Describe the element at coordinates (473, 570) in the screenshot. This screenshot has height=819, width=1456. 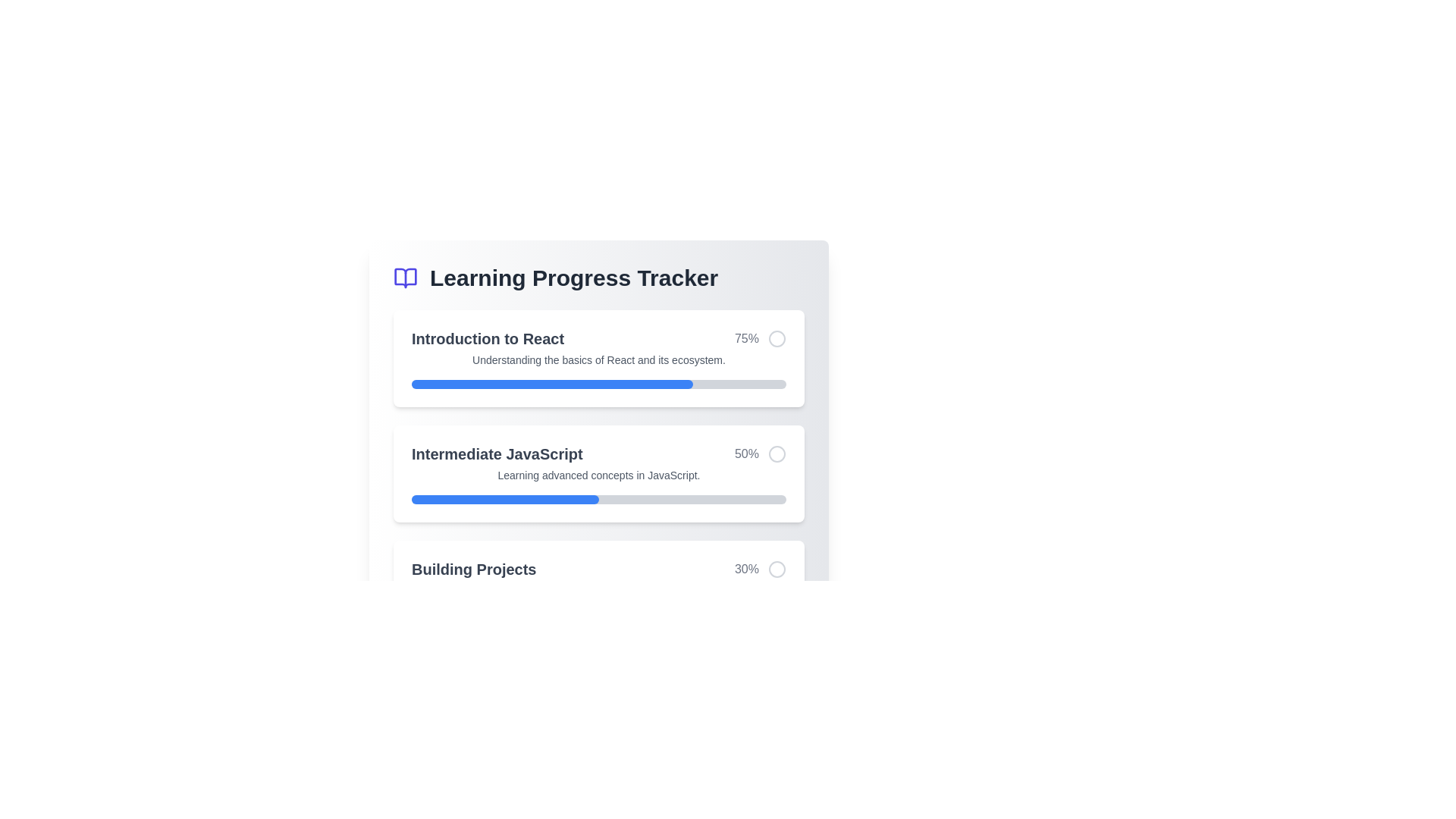
I see `the textual label with the content 'Building Projects', which is prominently styled in bold dark gray and positioned to the left of percentage indicators and icons` at that location.